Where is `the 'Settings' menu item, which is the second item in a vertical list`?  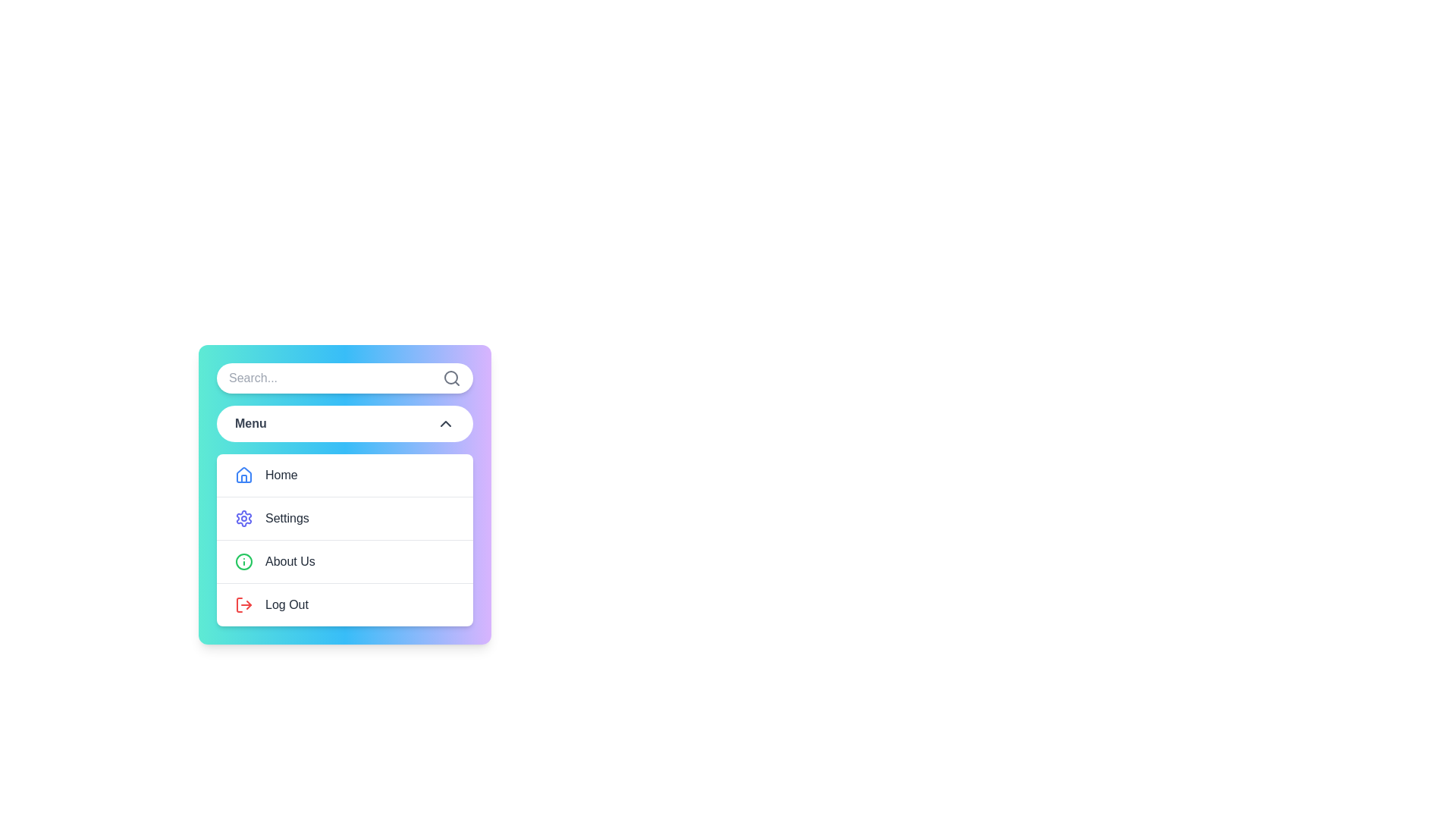
the 'Settings' menu item, which is the second item in a vertical list is located at coordinates (344, 516).